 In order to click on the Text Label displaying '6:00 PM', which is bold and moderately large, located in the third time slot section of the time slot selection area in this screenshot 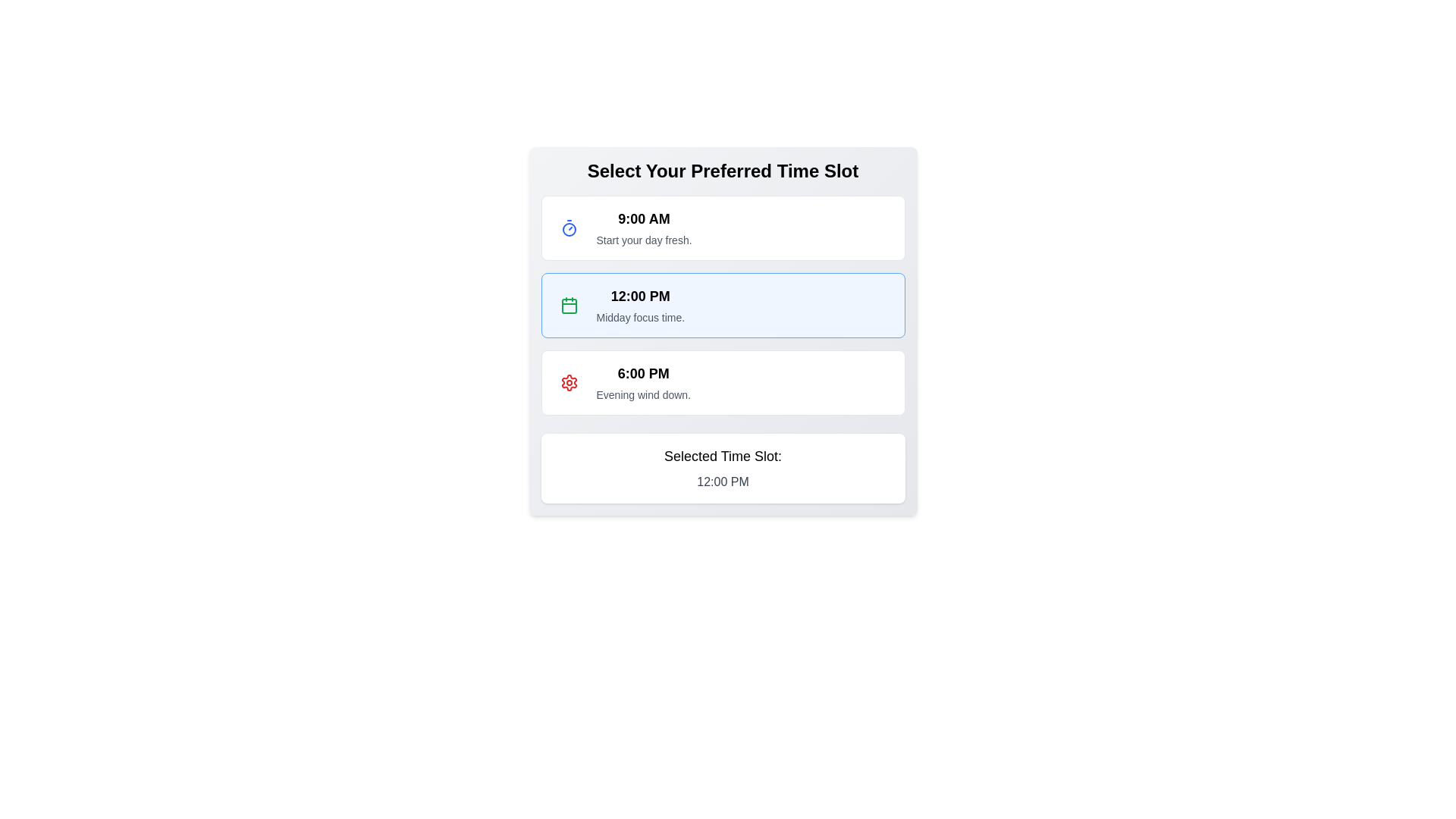, I will do `click(643, 374)`.